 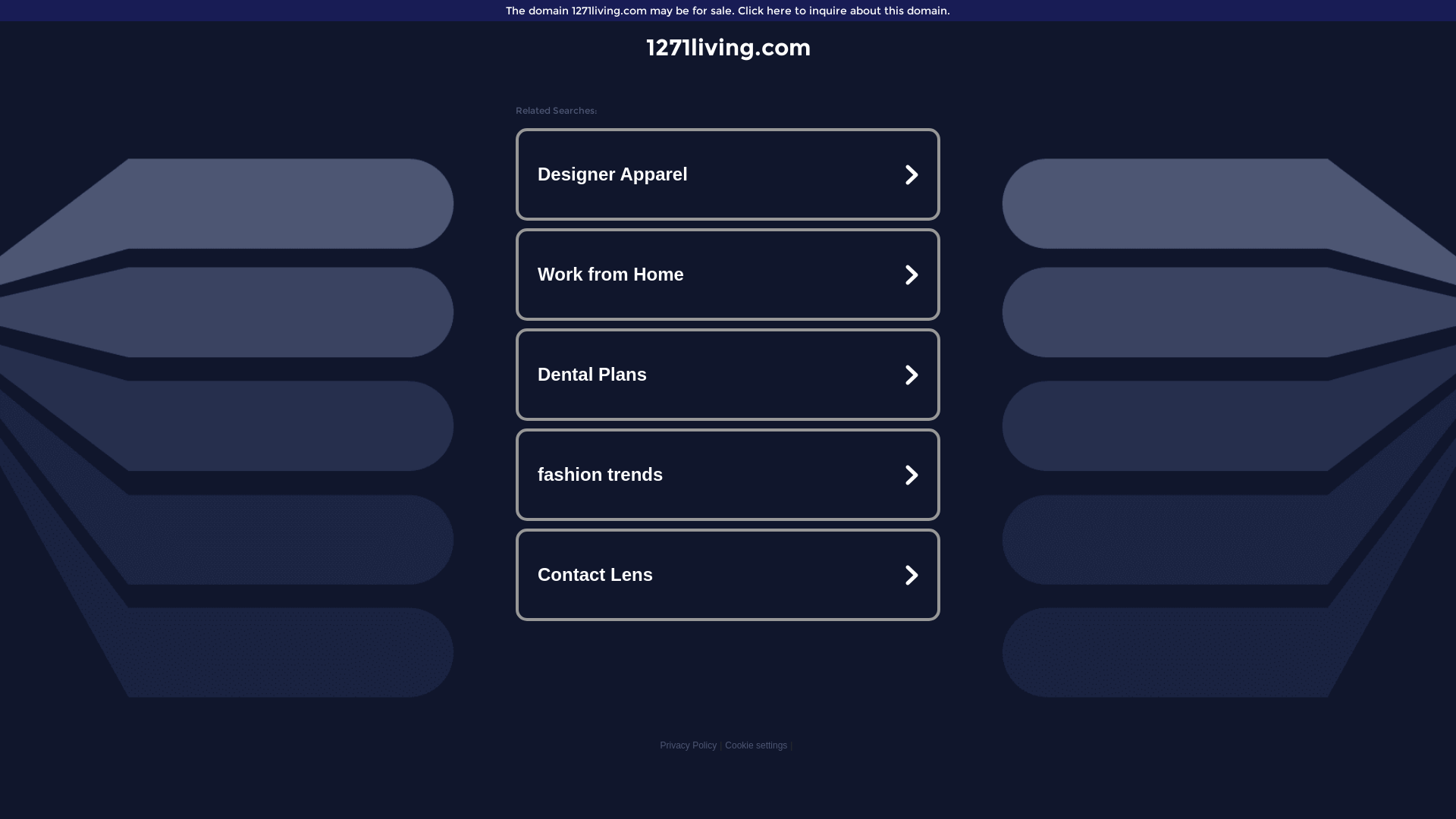 What do you see at coordinates (728, 275) in the screenshot?
I see `'Work from Home'` at bounding box center [728, 275].